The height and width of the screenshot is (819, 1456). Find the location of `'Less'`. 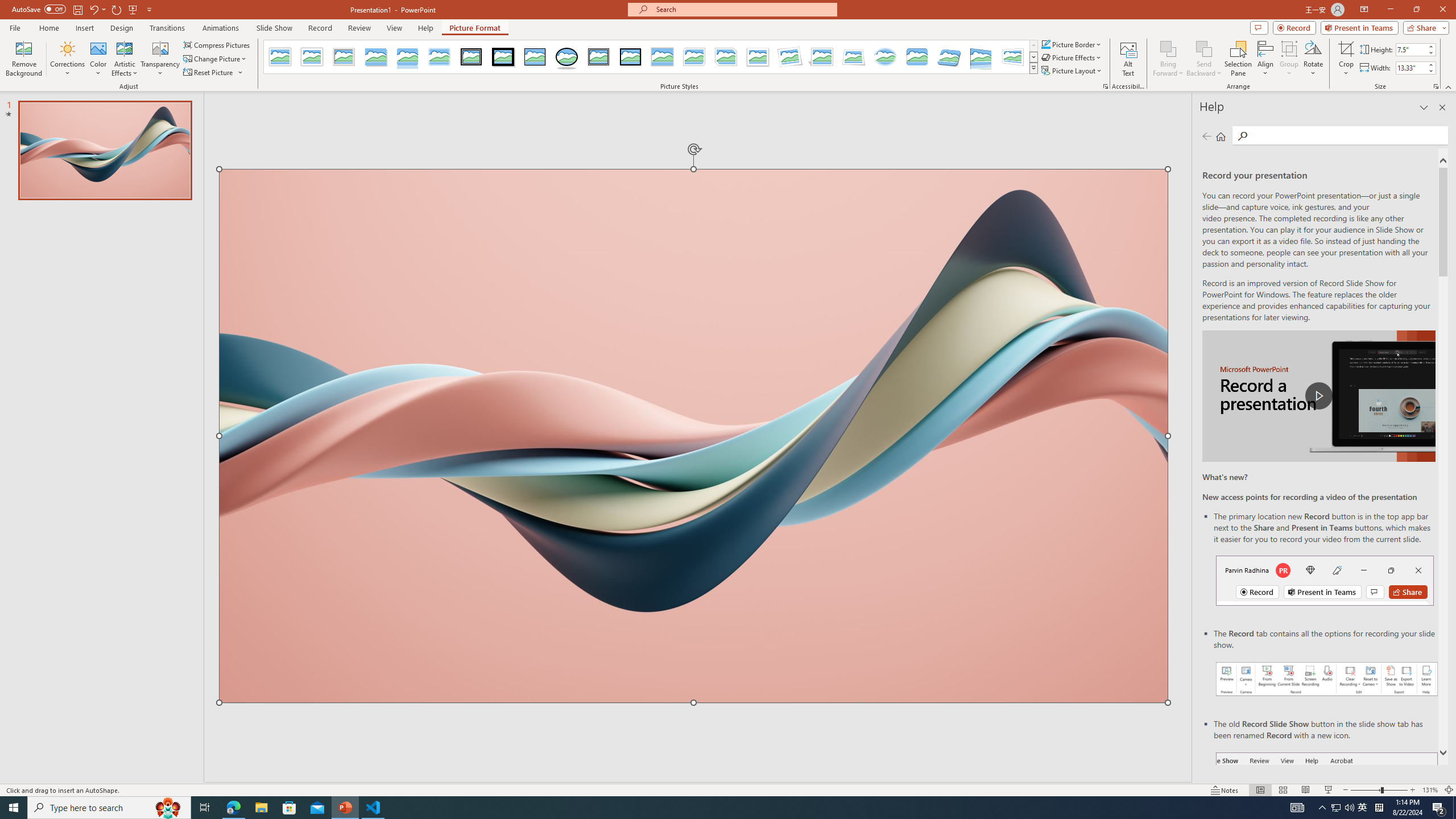

'Less' is located at coordinates (1430, 70).